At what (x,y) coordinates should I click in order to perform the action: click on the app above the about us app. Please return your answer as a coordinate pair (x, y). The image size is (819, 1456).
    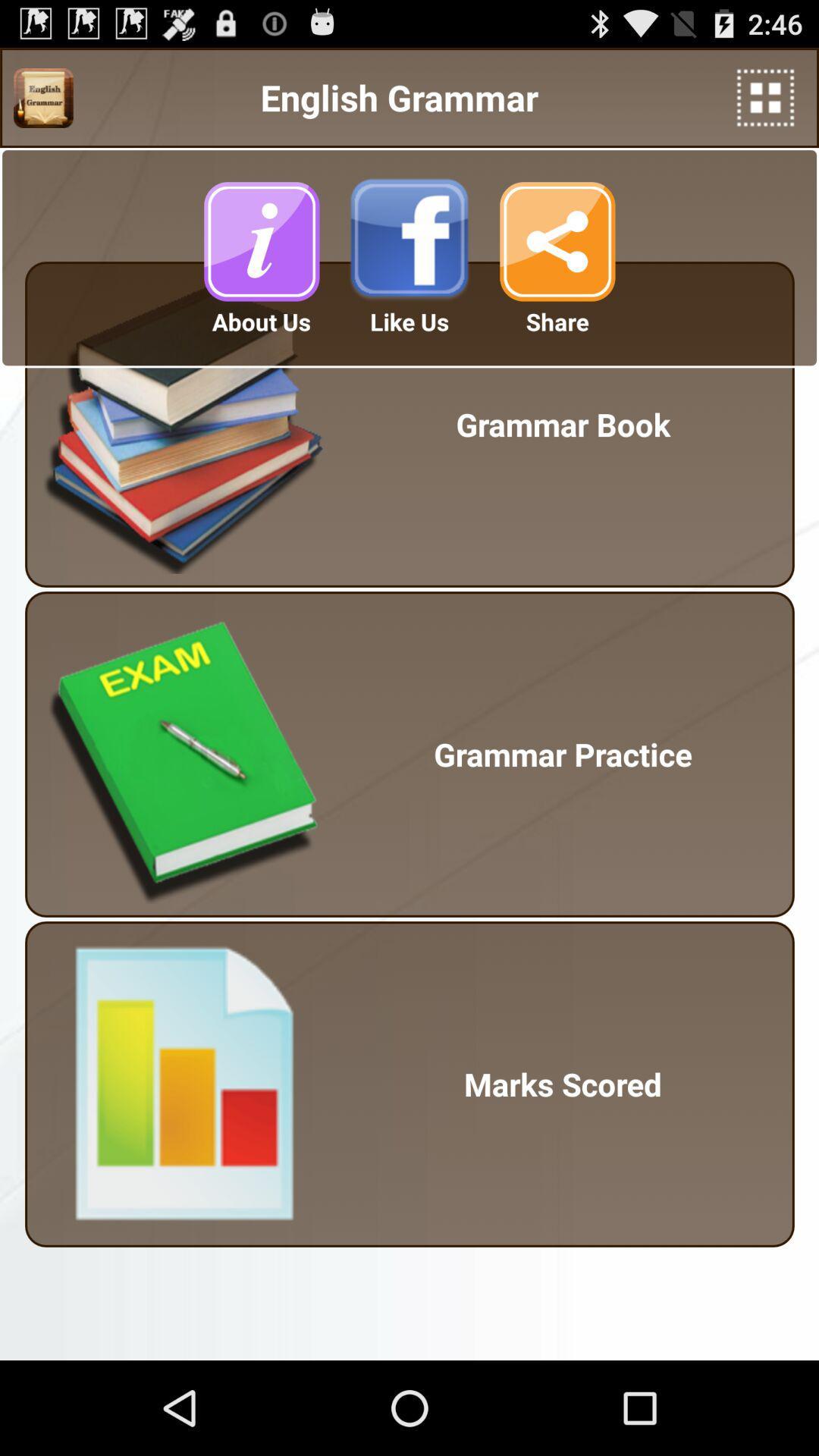
    Looking at the image, I should click on (260, 240).